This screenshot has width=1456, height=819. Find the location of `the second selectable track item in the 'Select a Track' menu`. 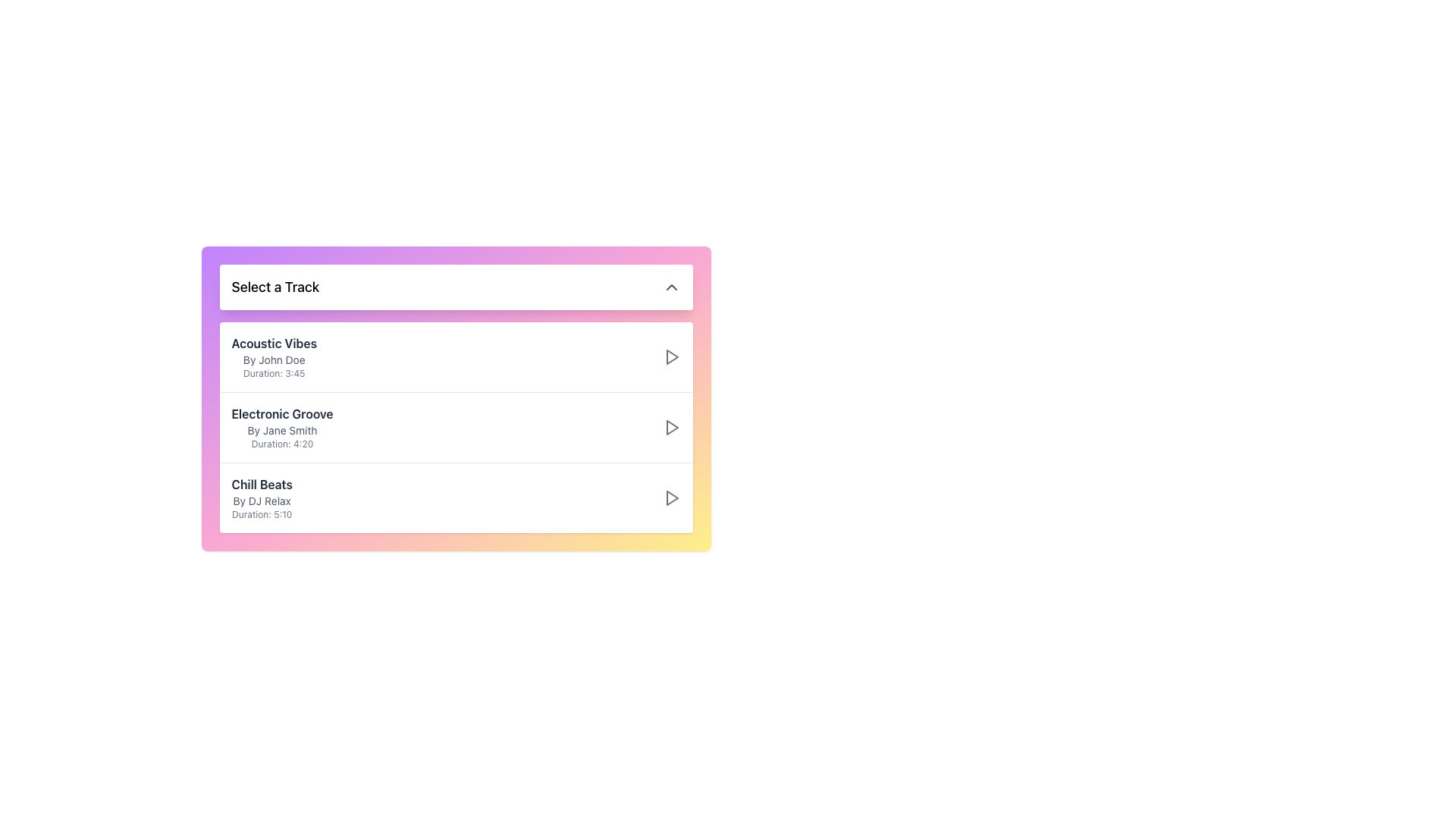

the second selectable track item in the 'Select a Track' menu is located at coordinates (282, 427).